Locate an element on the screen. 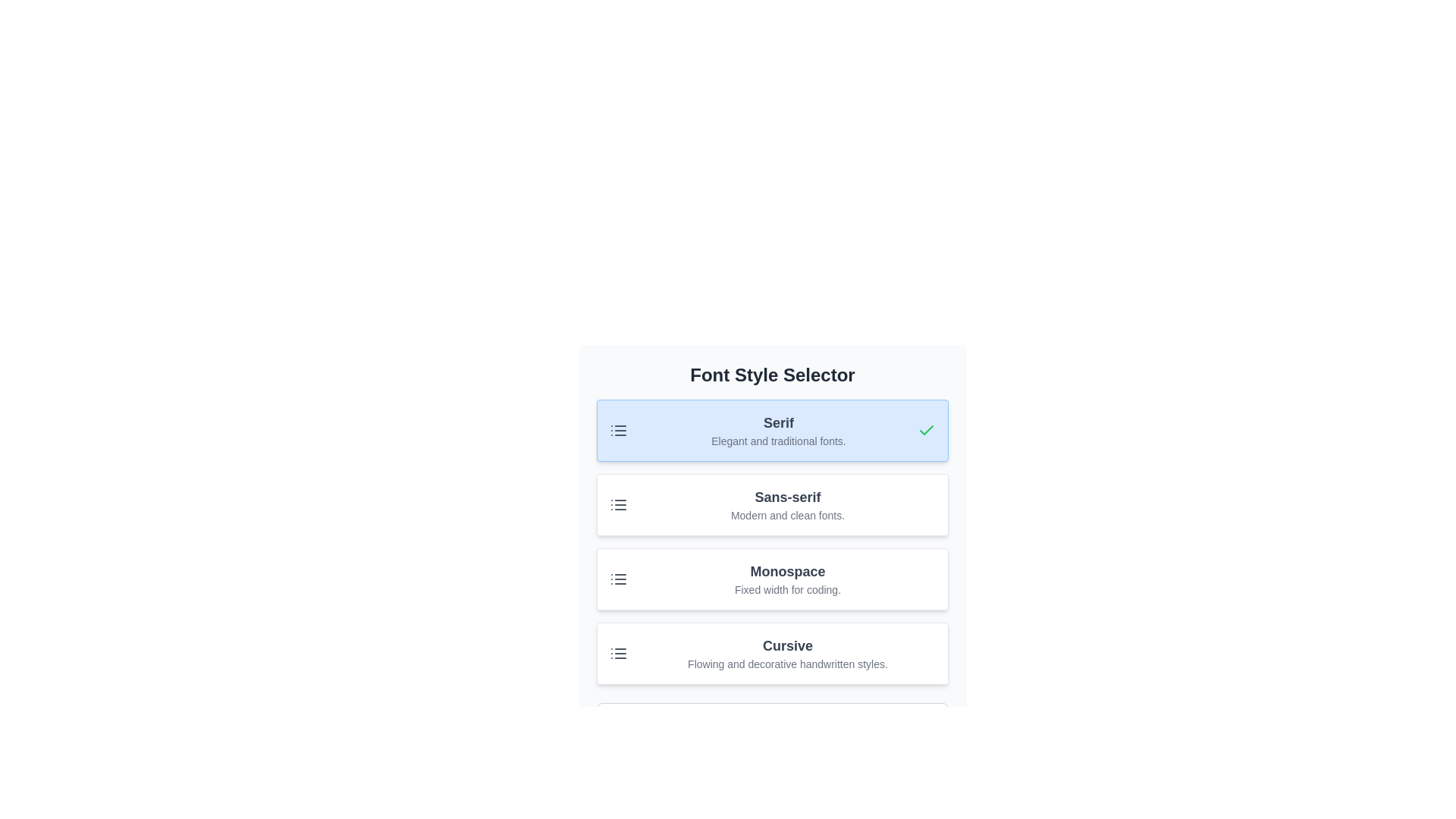 The image size is (1456, 819). the text block displaying 'Monospace' in bold and 'Fixed width for coding.' in smaller font, which is the third item in a vertically stacked list of font styles is located at coordinates (787, 579).